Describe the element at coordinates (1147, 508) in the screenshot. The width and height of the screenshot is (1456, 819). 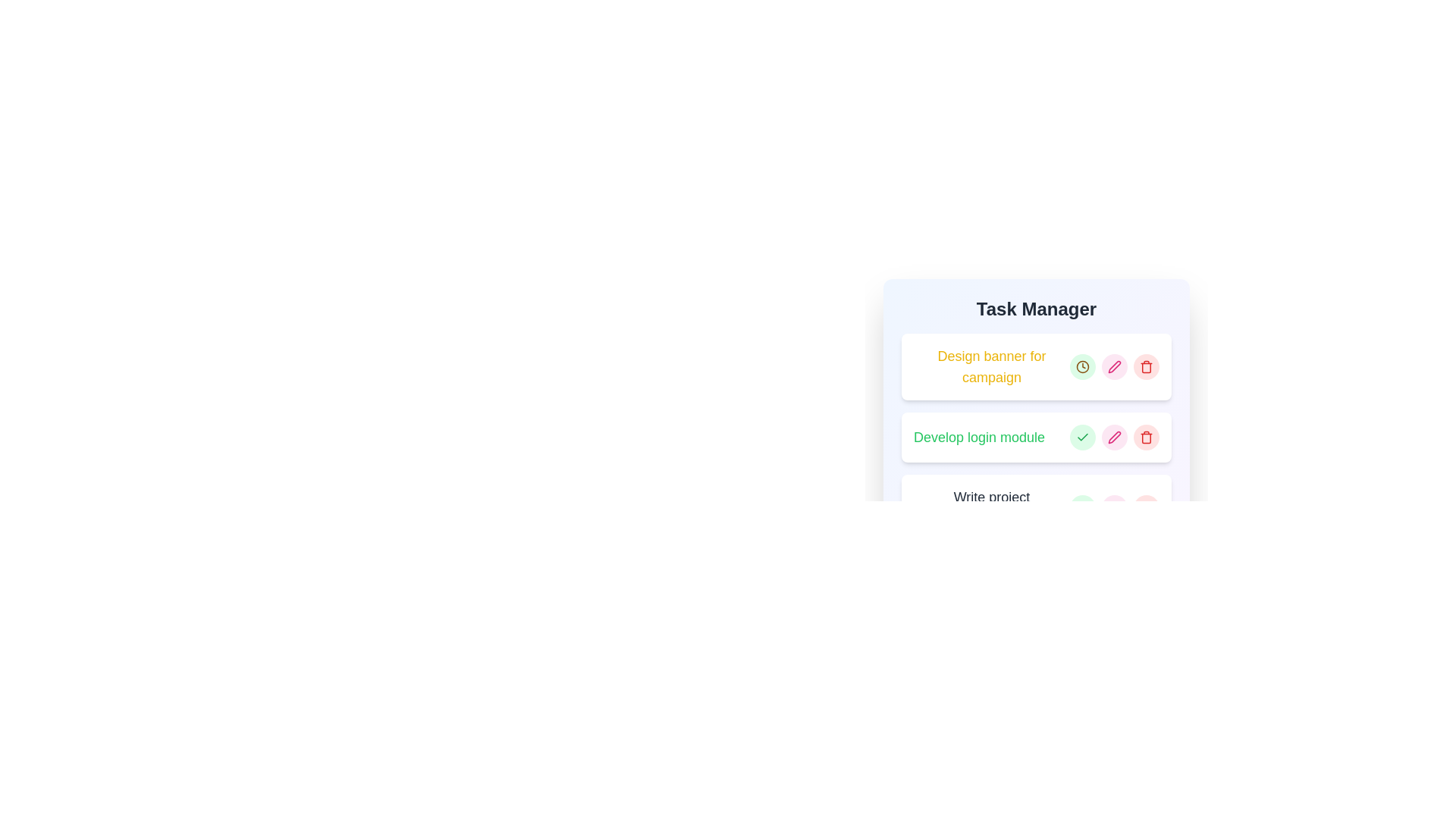
I see `the circular button containing the red trash can icon to observe the hover effect` at that location.